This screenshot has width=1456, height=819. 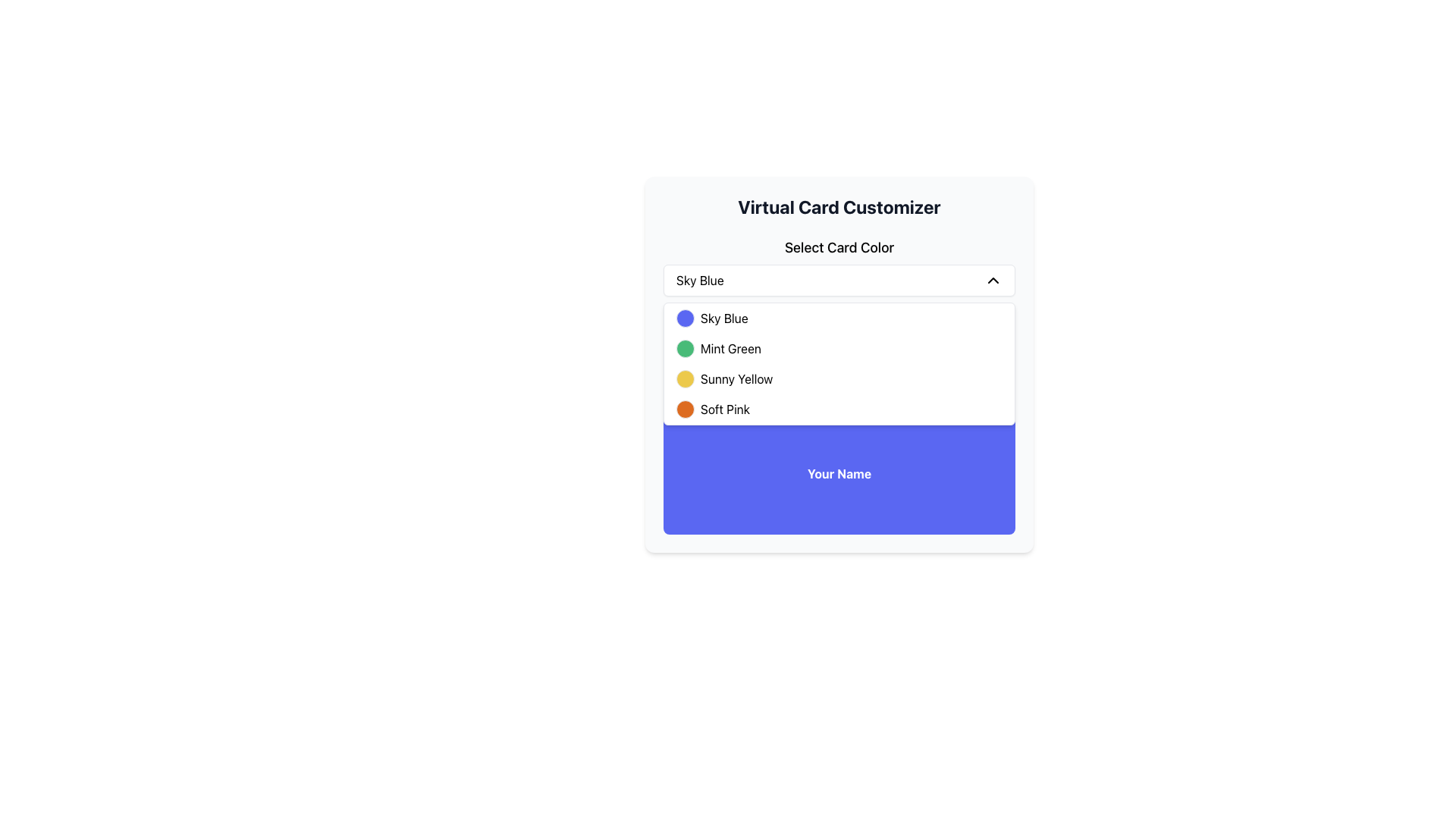 What do you see at coordinates (731, 348) in the screenshot?
I see `the 'Mint Green' text label in the dropdown menu` at bounding box center [731, 348].